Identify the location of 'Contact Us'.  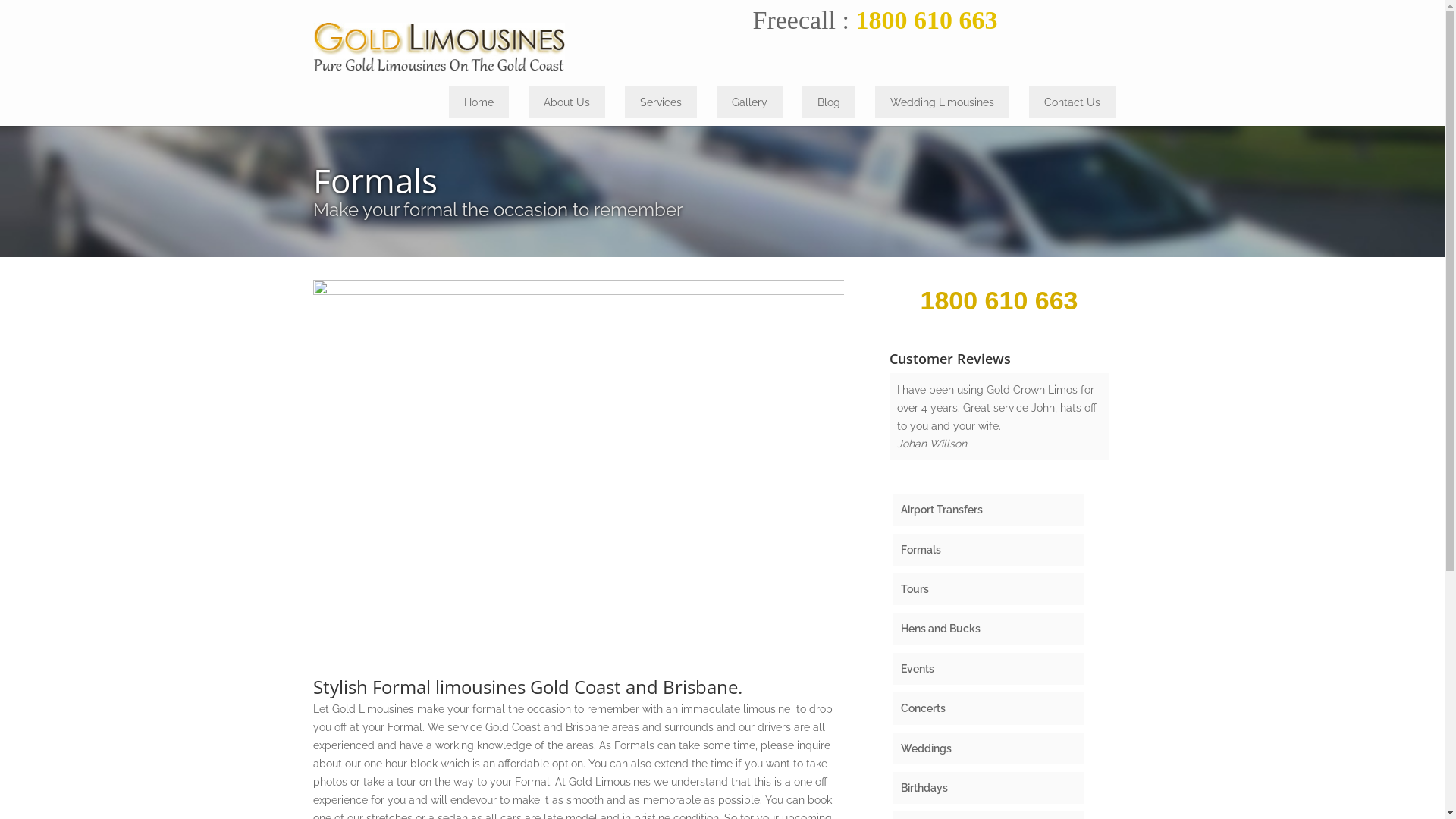
(1070, 102).